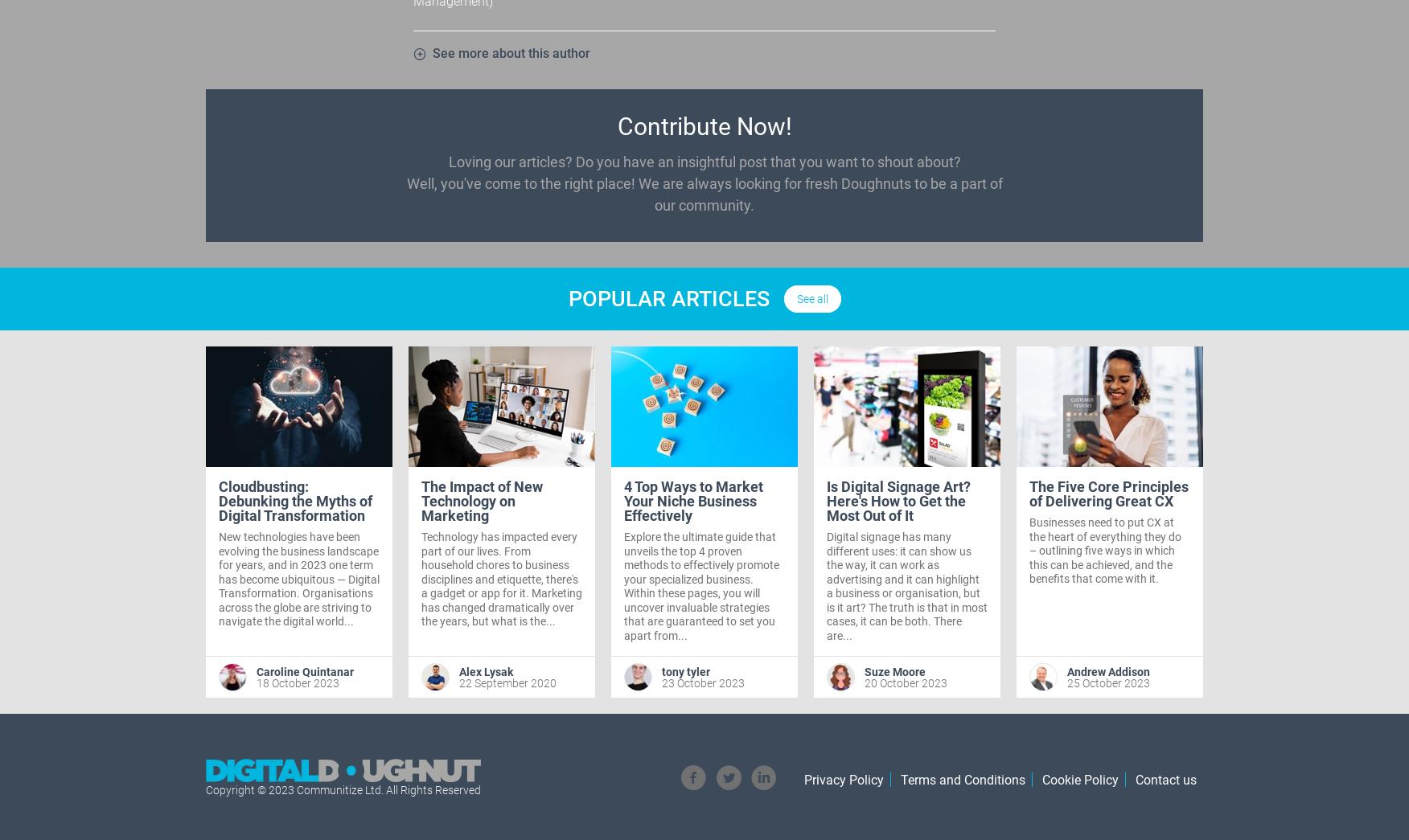 Image resolution: width=1409 pixels, height=840 pixels. I want to click on 'Contact us', so click(1165, 779).